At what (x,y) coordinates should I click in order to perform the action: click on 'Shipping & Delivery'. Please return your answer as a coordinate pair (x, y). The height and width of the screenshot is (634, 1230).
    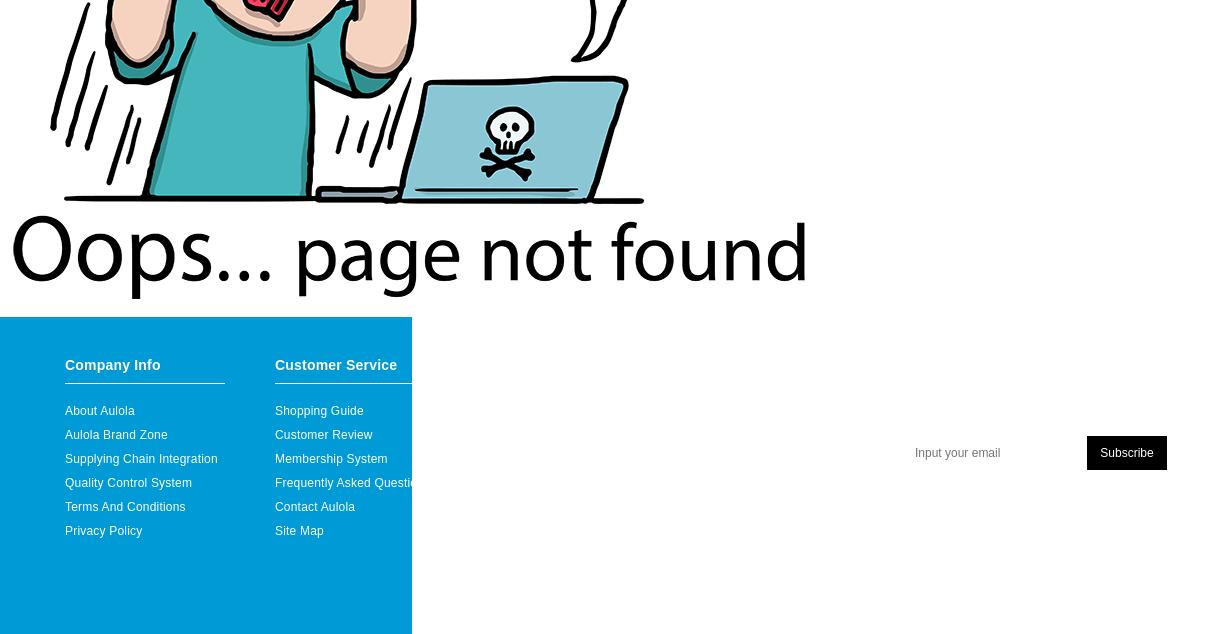
    Looking at the image, I should click on (537, 459).